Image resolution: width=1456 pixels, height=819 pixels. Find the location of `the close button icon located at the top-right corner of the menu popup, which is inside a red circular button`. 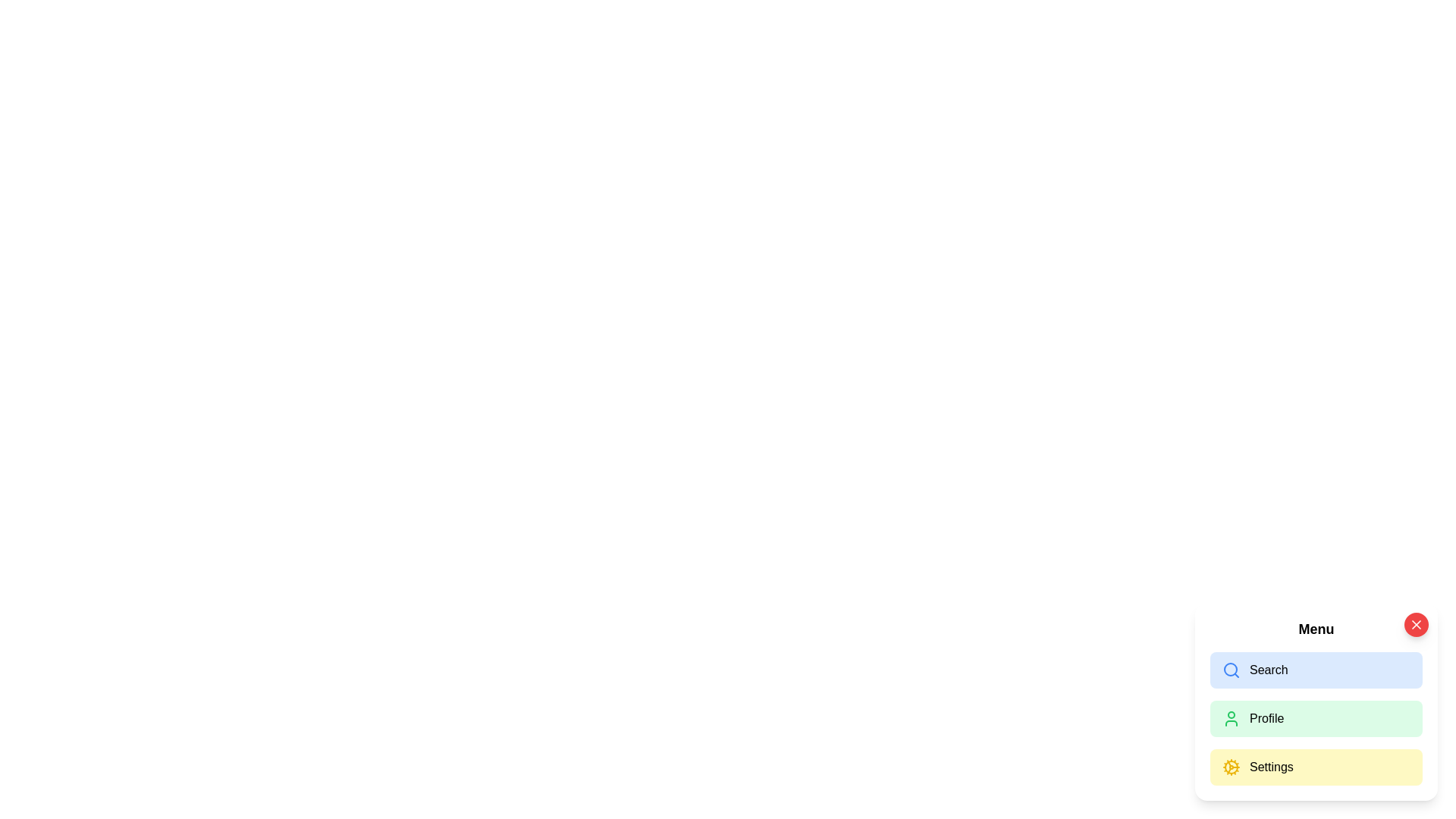

the close button icon located at the top-right corner of the menu popup, which is inside a red circular button is located at coordinates (1415, 625).